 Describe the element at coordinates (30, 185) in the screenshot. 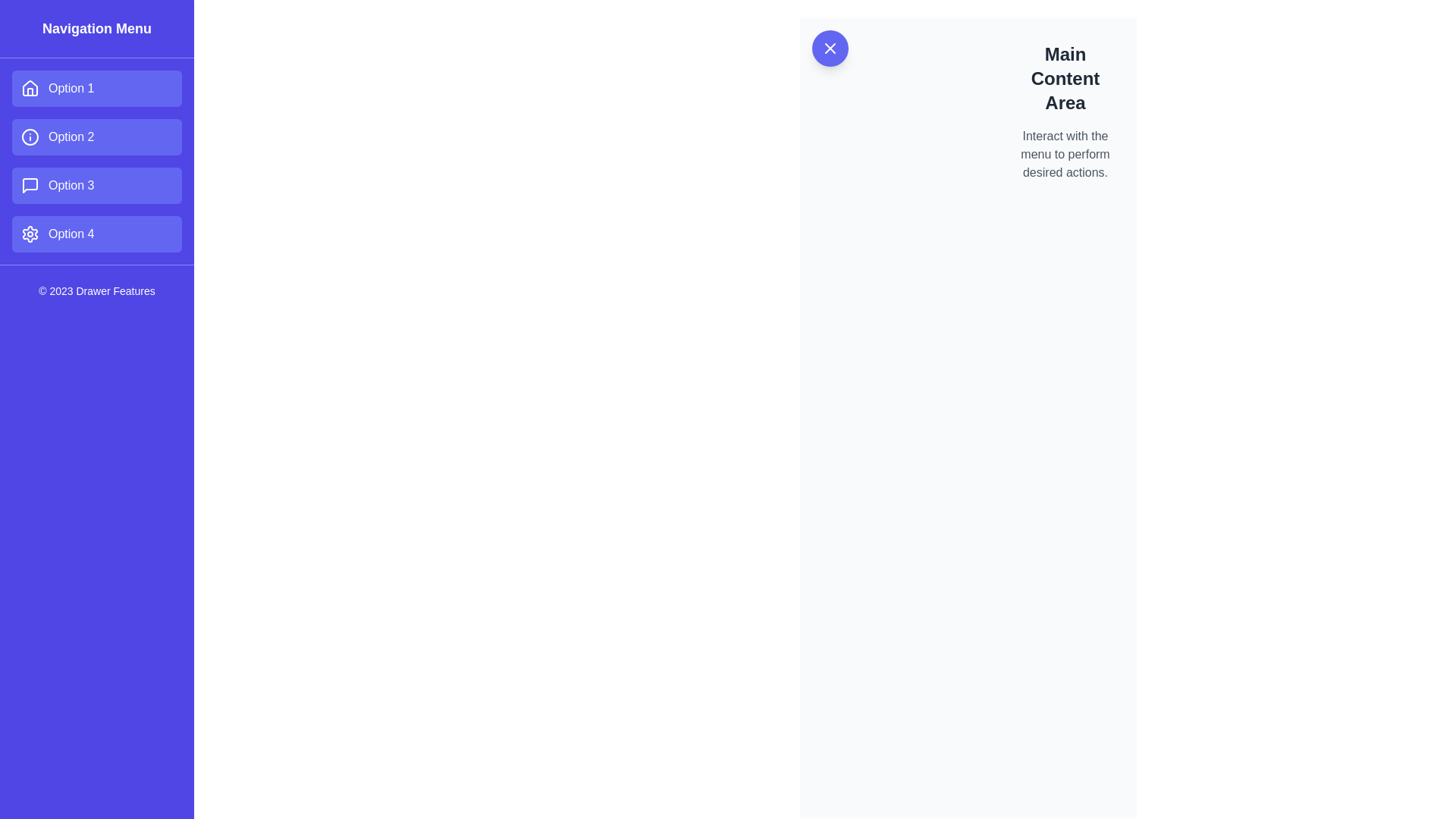

I see `the speech bubble icon in the sidebar menu labeled 'Option 3', which represents messages or comments` at that location.